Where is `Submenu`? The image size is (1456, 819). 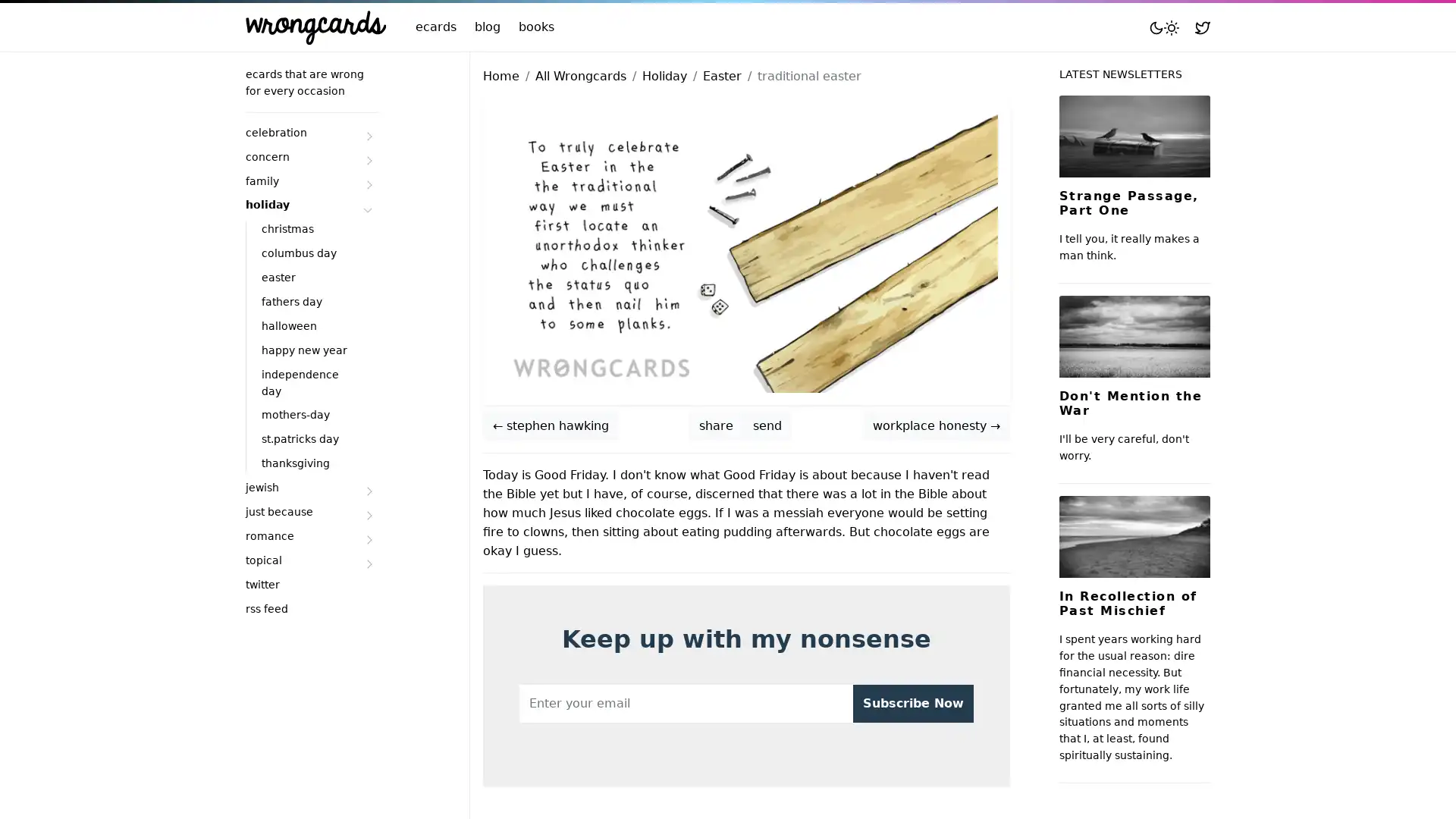
Submenu is located at coordinates (367, 134).